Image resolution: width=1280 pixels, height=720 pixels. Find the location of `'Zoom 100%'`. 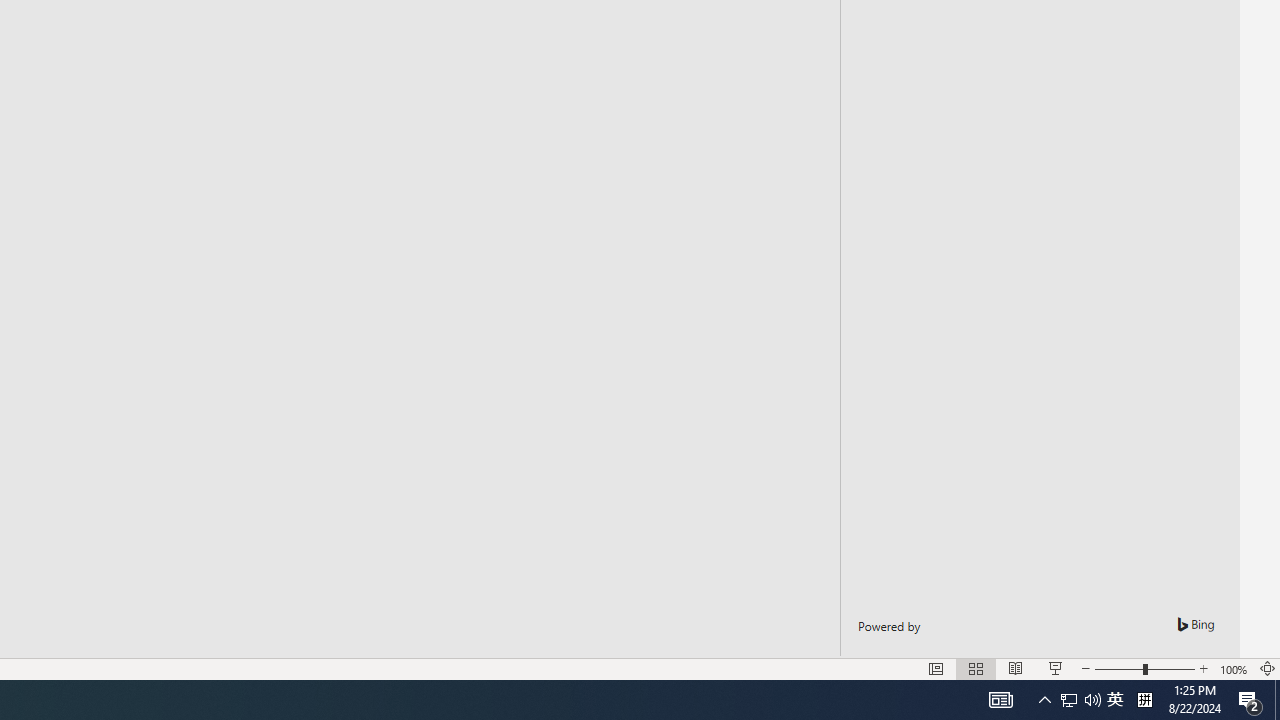

'Zoom 100%' is located at coordinates (1233, 669).